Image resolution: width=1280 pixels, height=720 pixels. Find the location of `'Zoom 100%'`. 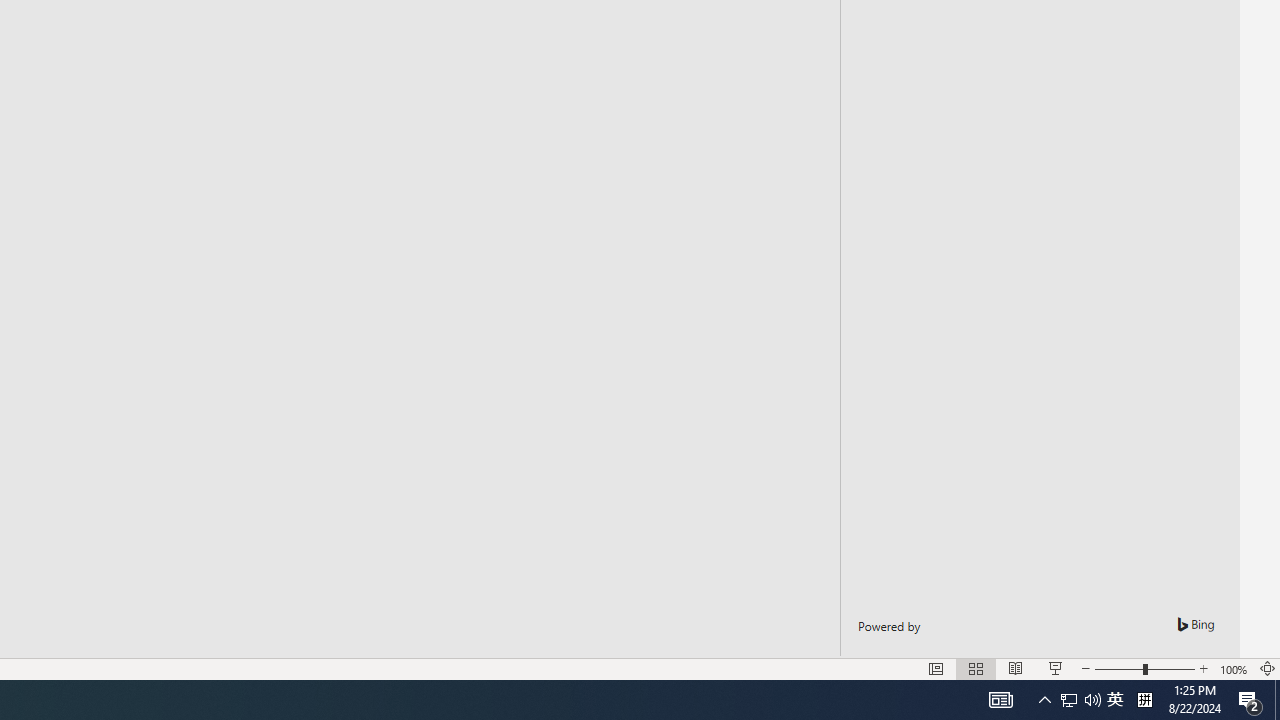

'Zoom 100%' is located at coordinates (1233, 669).